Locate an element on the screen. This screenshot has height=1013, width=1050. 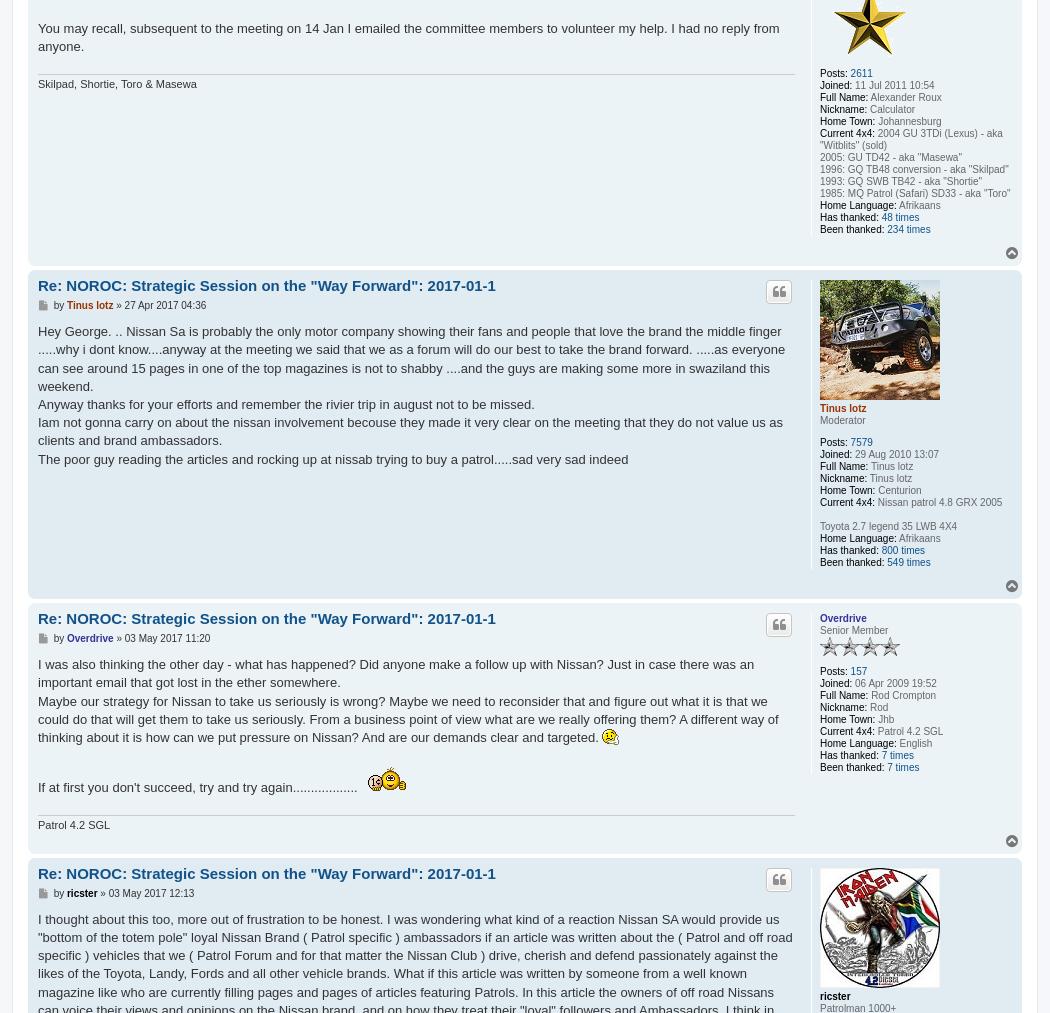
'Hey George. .. Nissan Sa is probably the only motor company showing their fans and people that love the brand the middle finger .....why i dont know....anyway at the meeting we said that we as a forum will do our best to take the brand forward. .....as everyone can see around 15 pages in one of the top magazines is not to shabby ....and the guys are making some more in swaziland this weekend.' is located at coordinates (411, 358).